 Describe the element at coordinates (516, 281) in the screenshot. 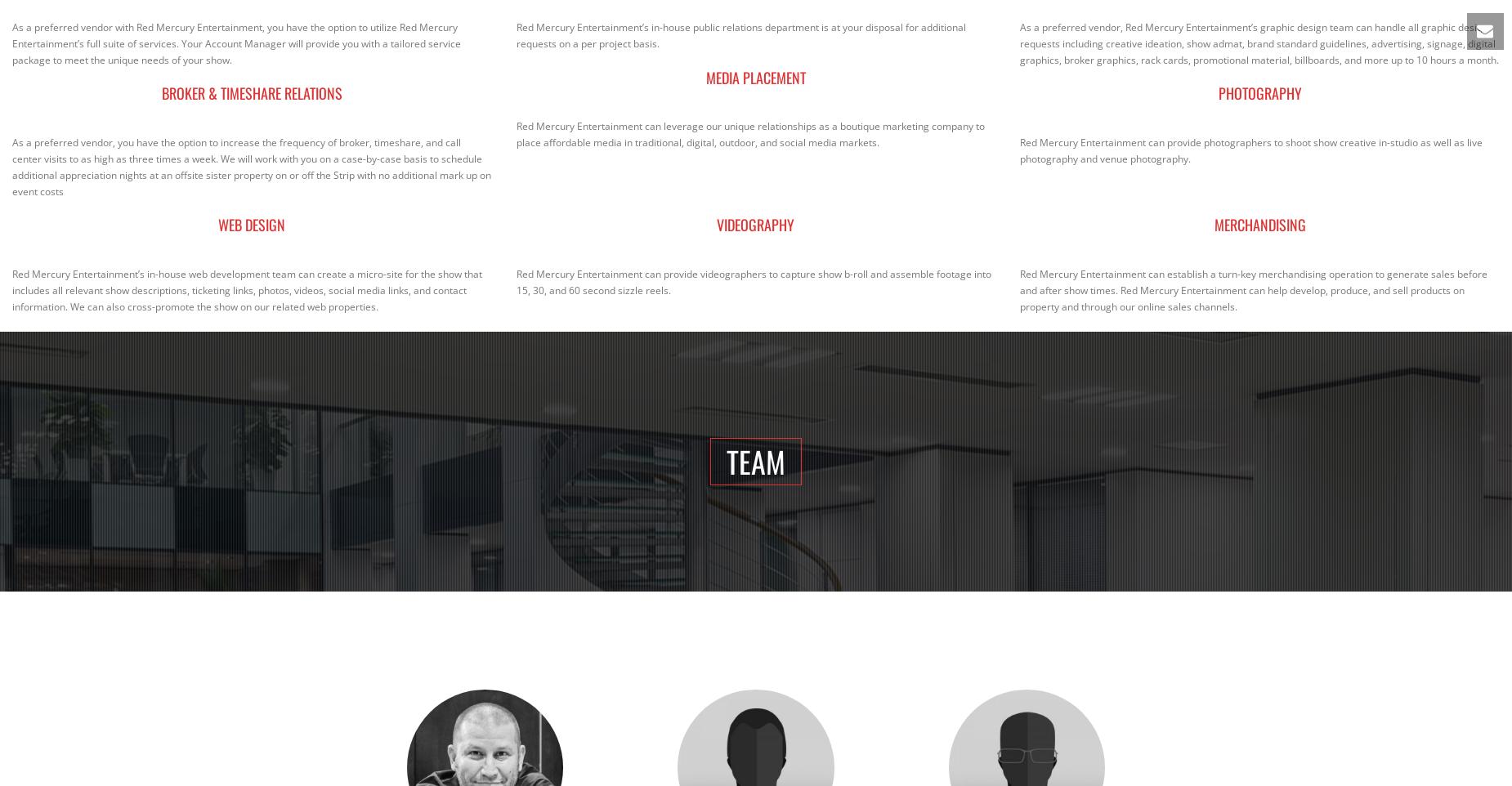

I see `'Red Mercury Entertainment can provide videographers to capture show b-roll and assemble footage into 15, 30, and 60 second sizzle reels.'` at that location.